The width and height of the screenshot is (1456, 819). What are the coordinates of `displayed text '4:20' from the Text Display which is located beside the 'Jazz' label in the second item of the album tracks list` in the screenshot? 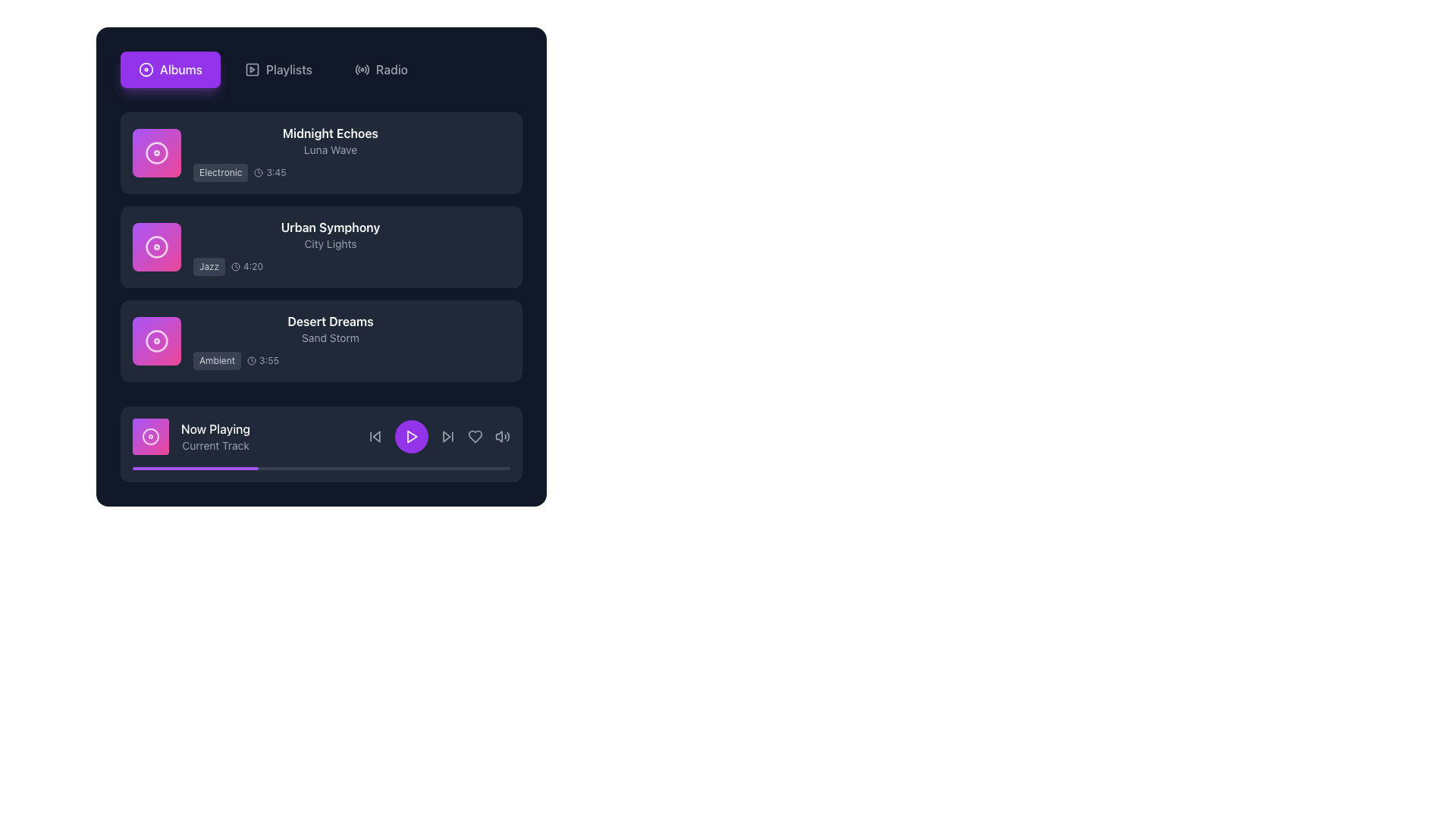 It's located at (247, 265).